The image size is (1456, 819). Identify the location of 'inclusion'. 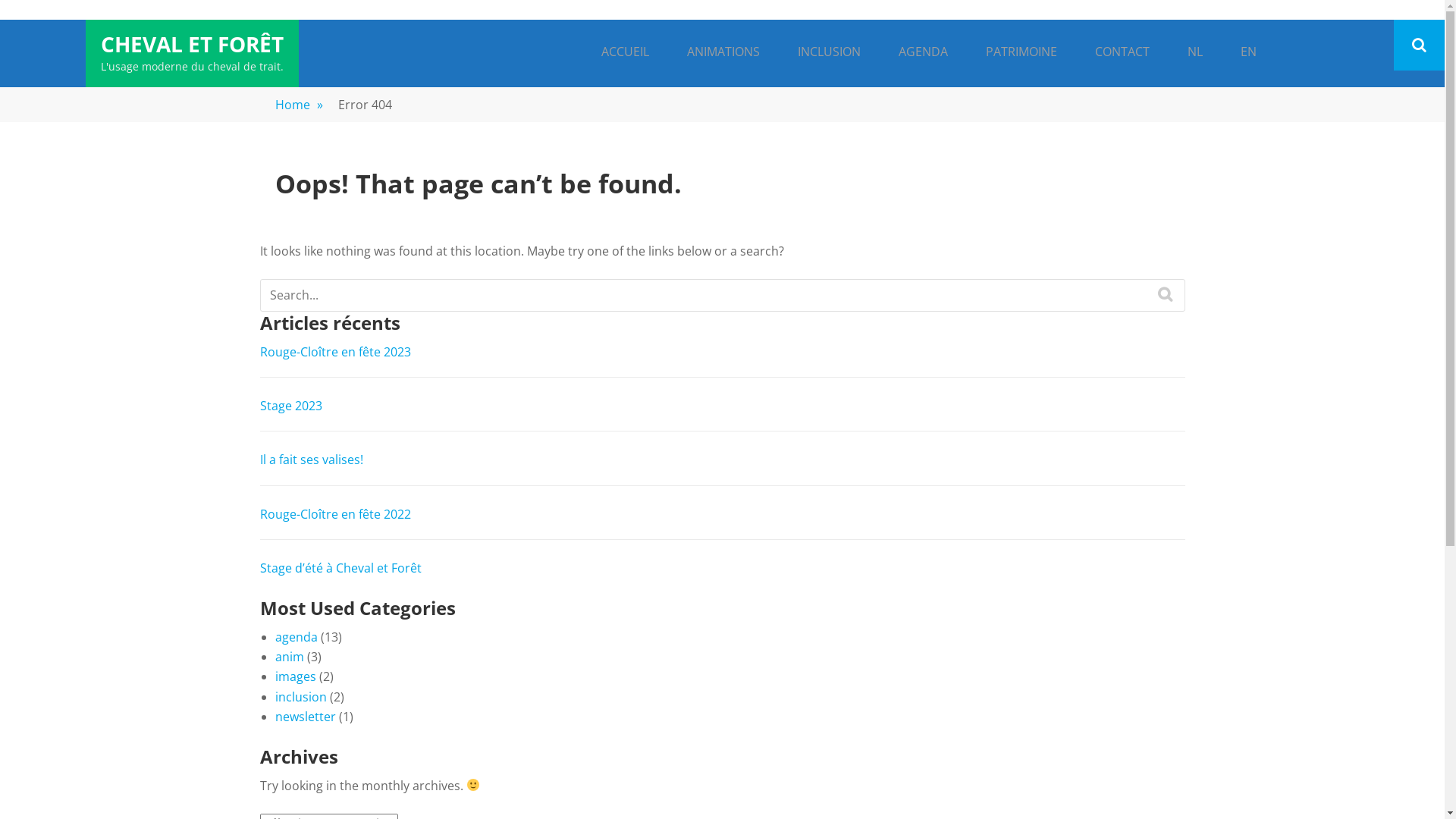
(300, 696).